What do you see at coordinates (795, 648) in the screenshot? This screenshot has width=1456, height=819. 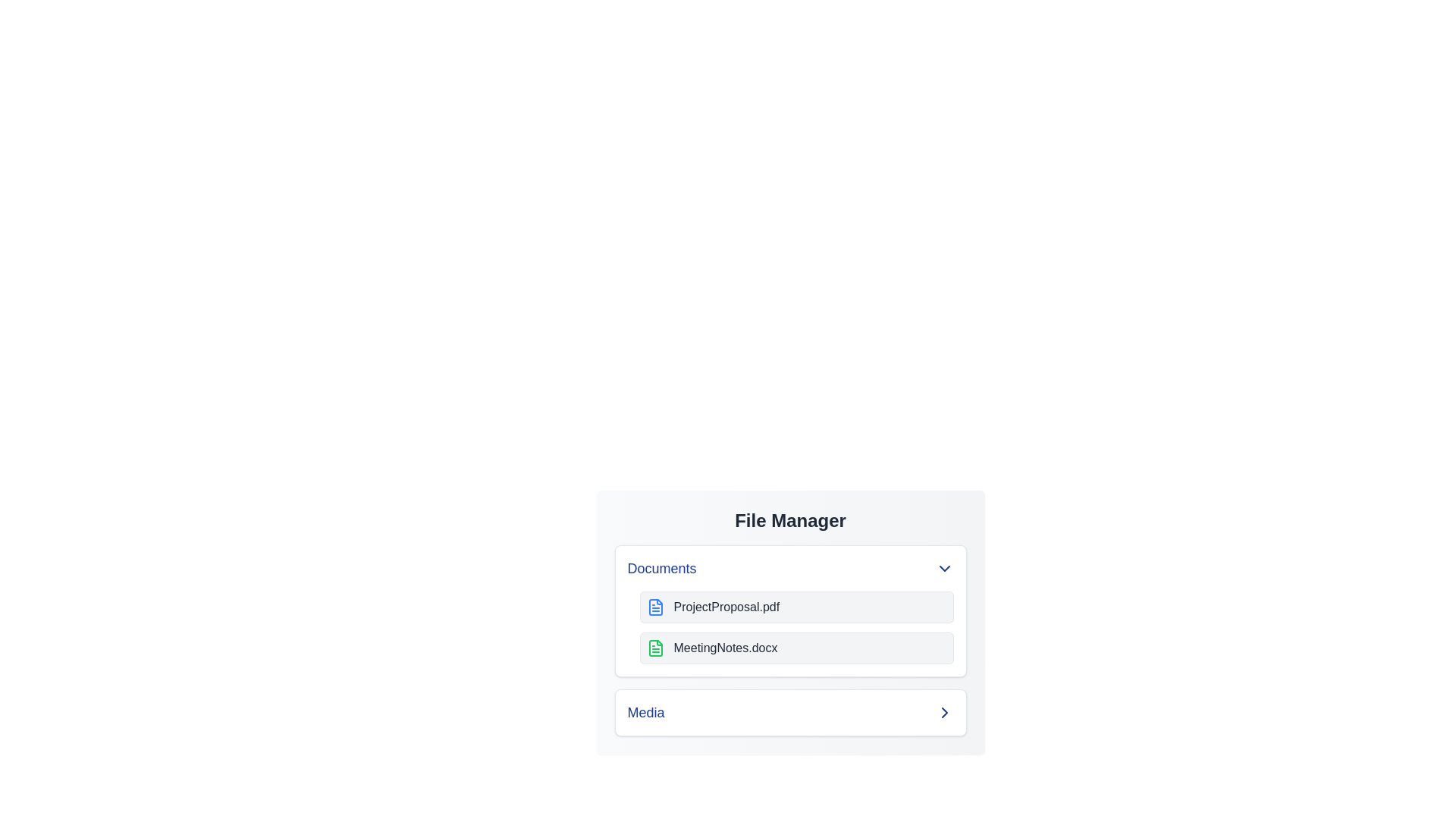 I see `the file MeetingNotes.docx to observe hover effects` at bounding box center [795, 648].